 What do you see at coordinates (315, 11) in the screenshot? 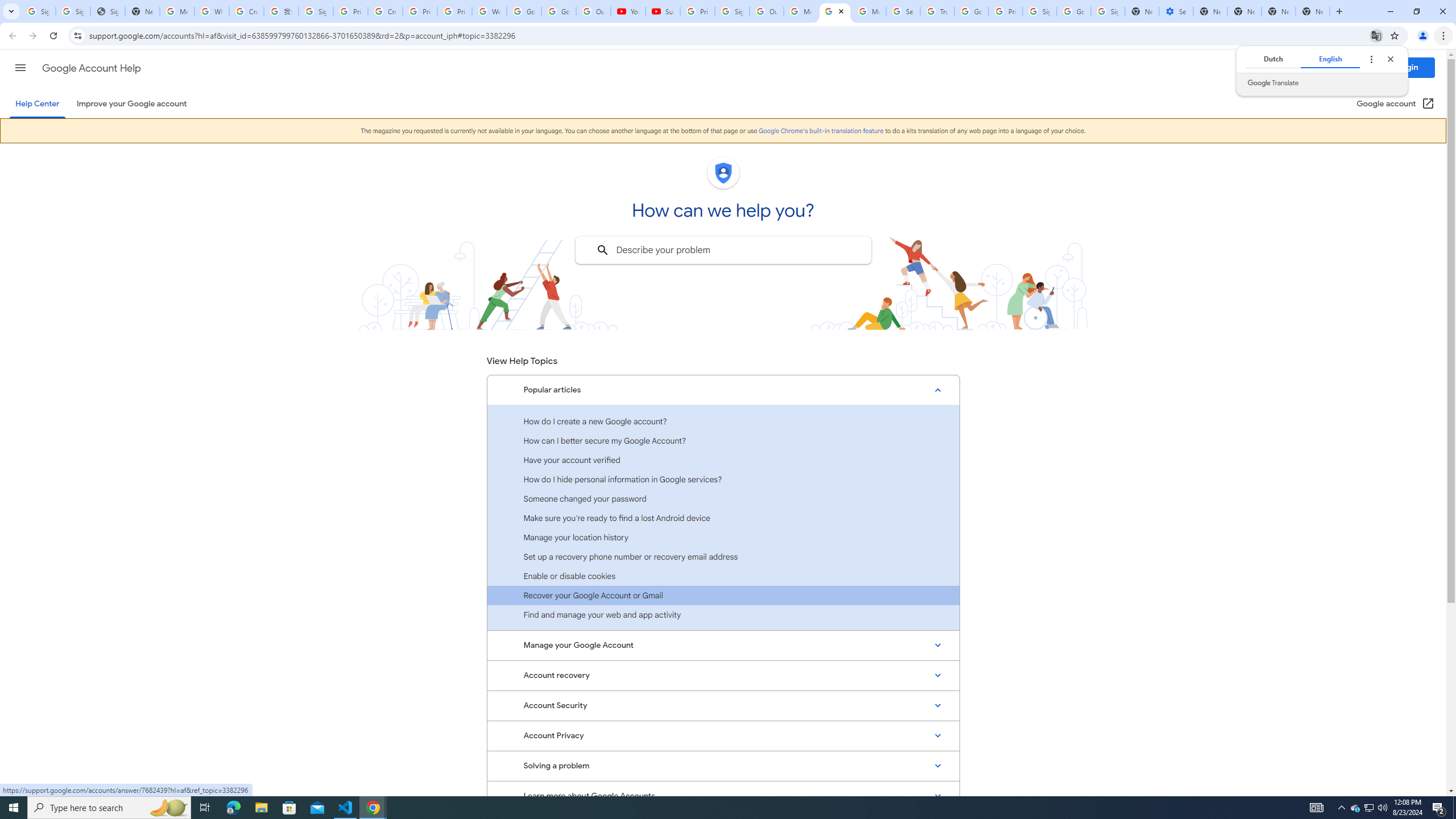
I see `'Sign in - Google Accounts'` at bounding box center [315, 11].